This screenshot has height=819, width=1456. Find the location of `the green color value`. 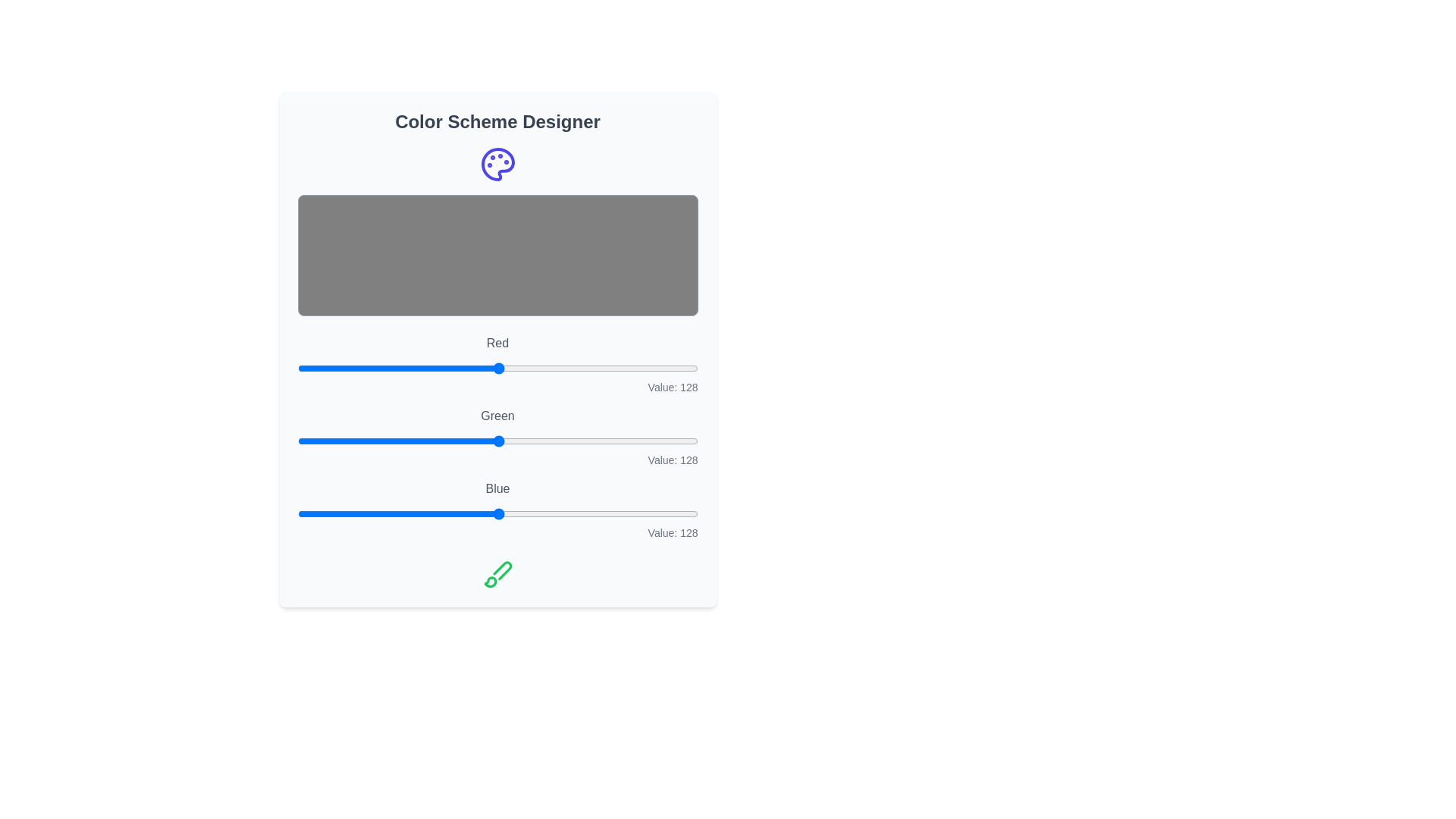

the green color value is located at coordinates (525, 441).